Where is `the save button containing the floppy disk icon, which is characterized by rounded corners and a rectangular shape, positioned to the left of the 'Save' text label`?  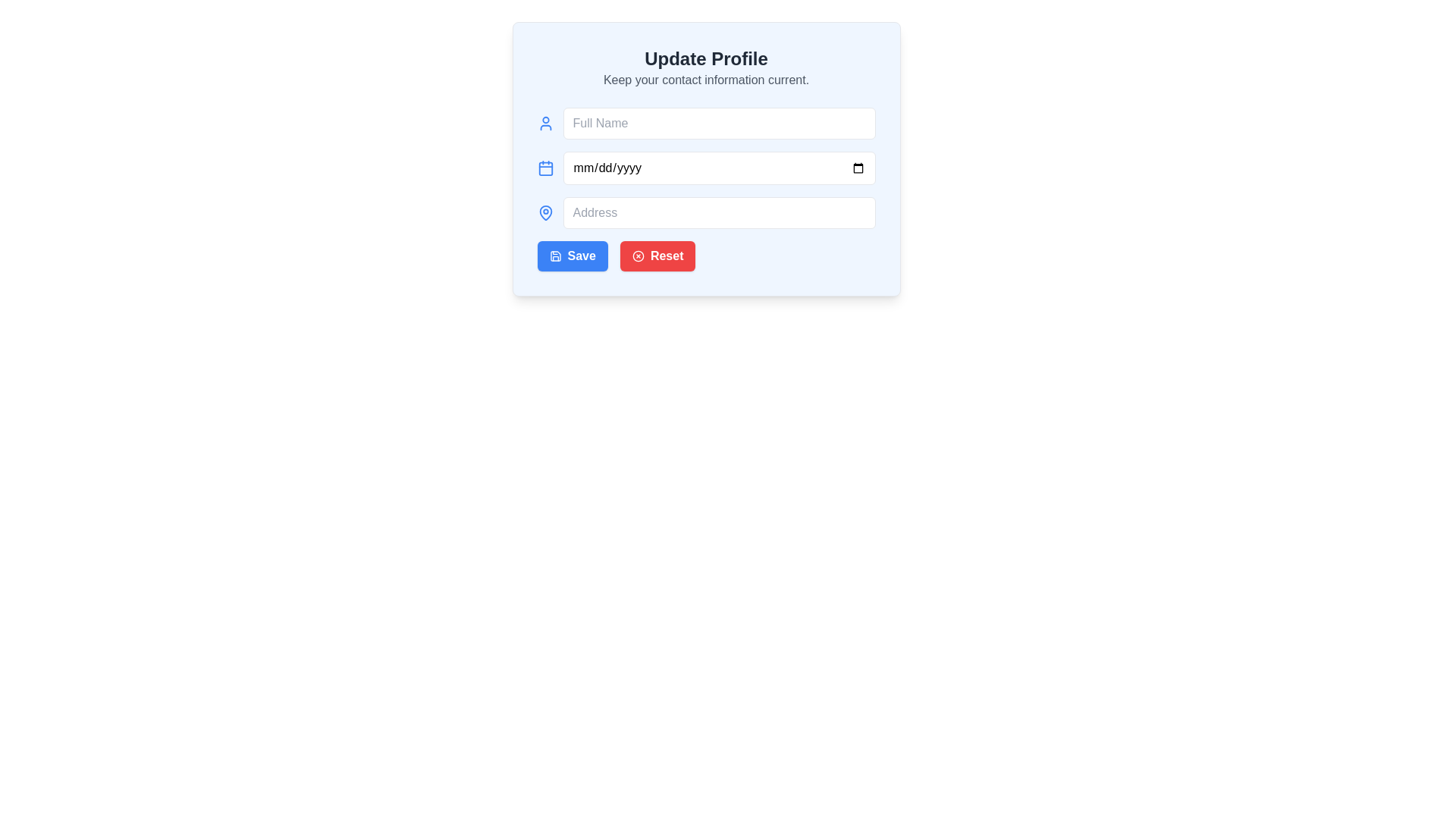
the save button containing the floppy disk icon, which is characterized by rounded corners and a rectangular shape, positioned to the left of the 'Save' text label is located at coordinates (554, 256).